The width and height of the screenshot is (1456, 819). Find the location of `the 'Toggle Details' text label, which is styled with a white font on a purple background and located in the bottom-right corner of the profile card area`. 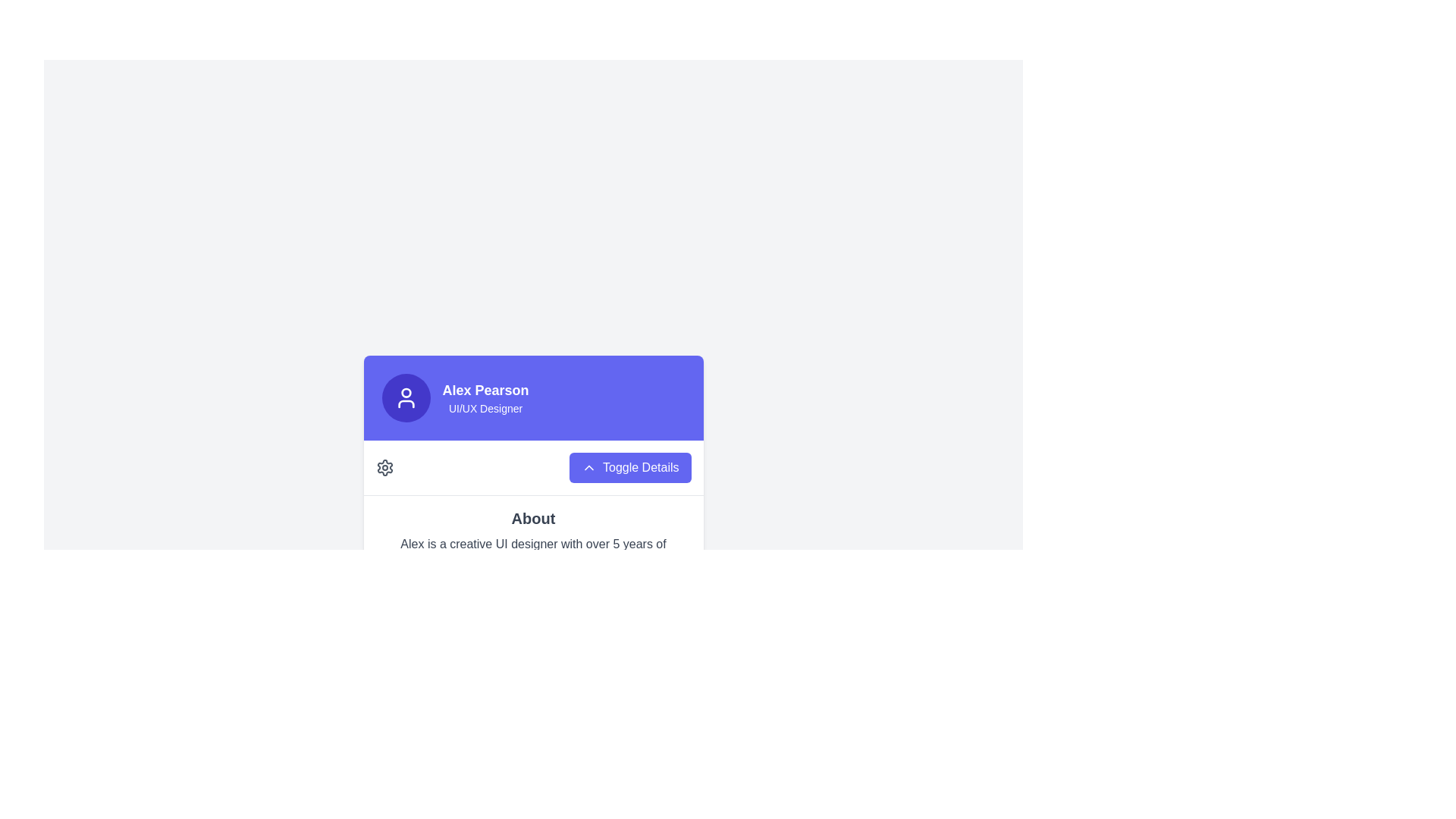

the 'Toggle Details' text label, which is styled with a white font on a purple background and located in the bottom-right corner of the profile card area is located at coordinates (641, 466).